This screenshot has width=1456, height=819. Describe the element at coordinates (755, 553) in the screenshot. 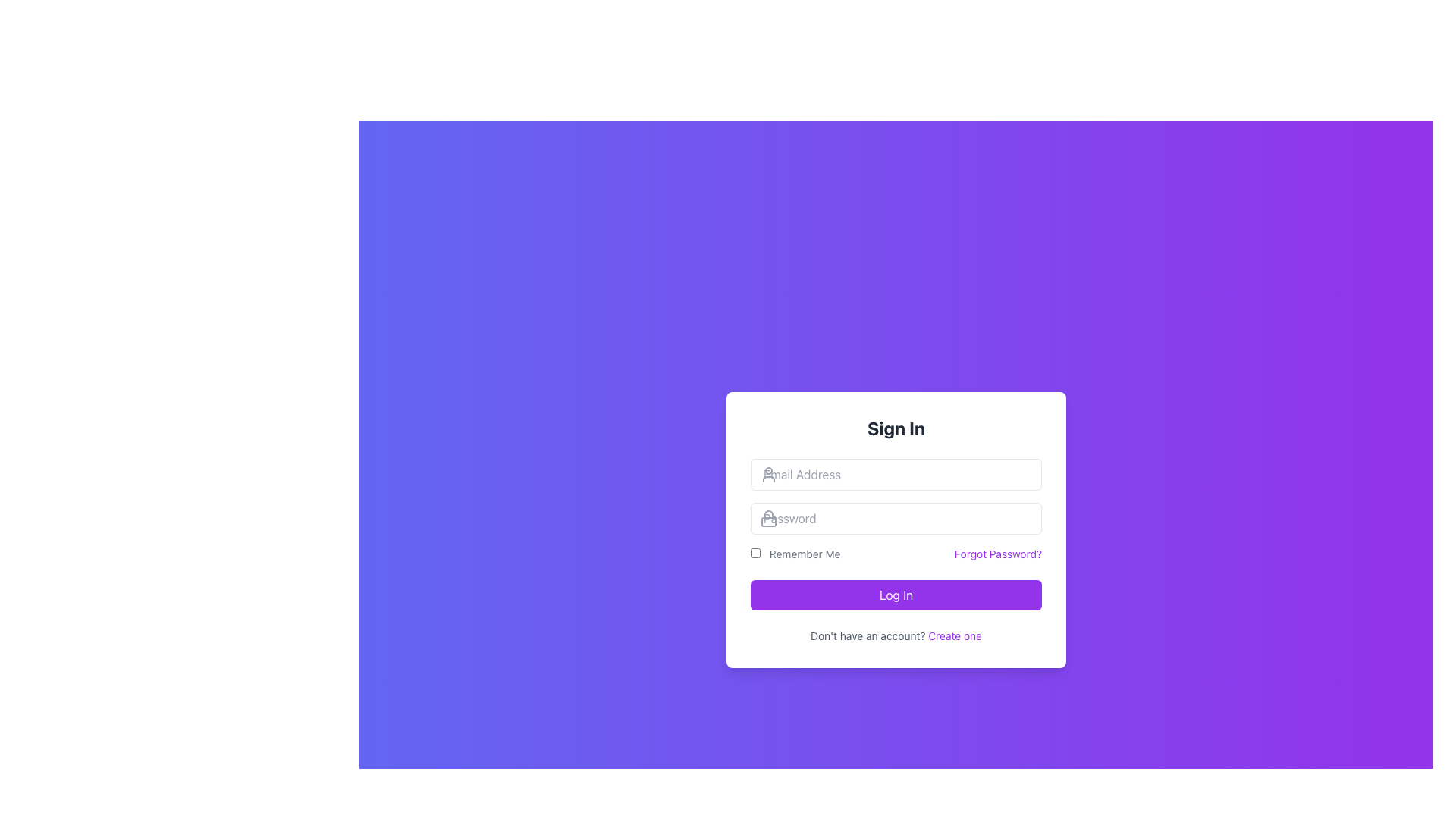

I see `the 'Remember Me' checkbox` at that location.